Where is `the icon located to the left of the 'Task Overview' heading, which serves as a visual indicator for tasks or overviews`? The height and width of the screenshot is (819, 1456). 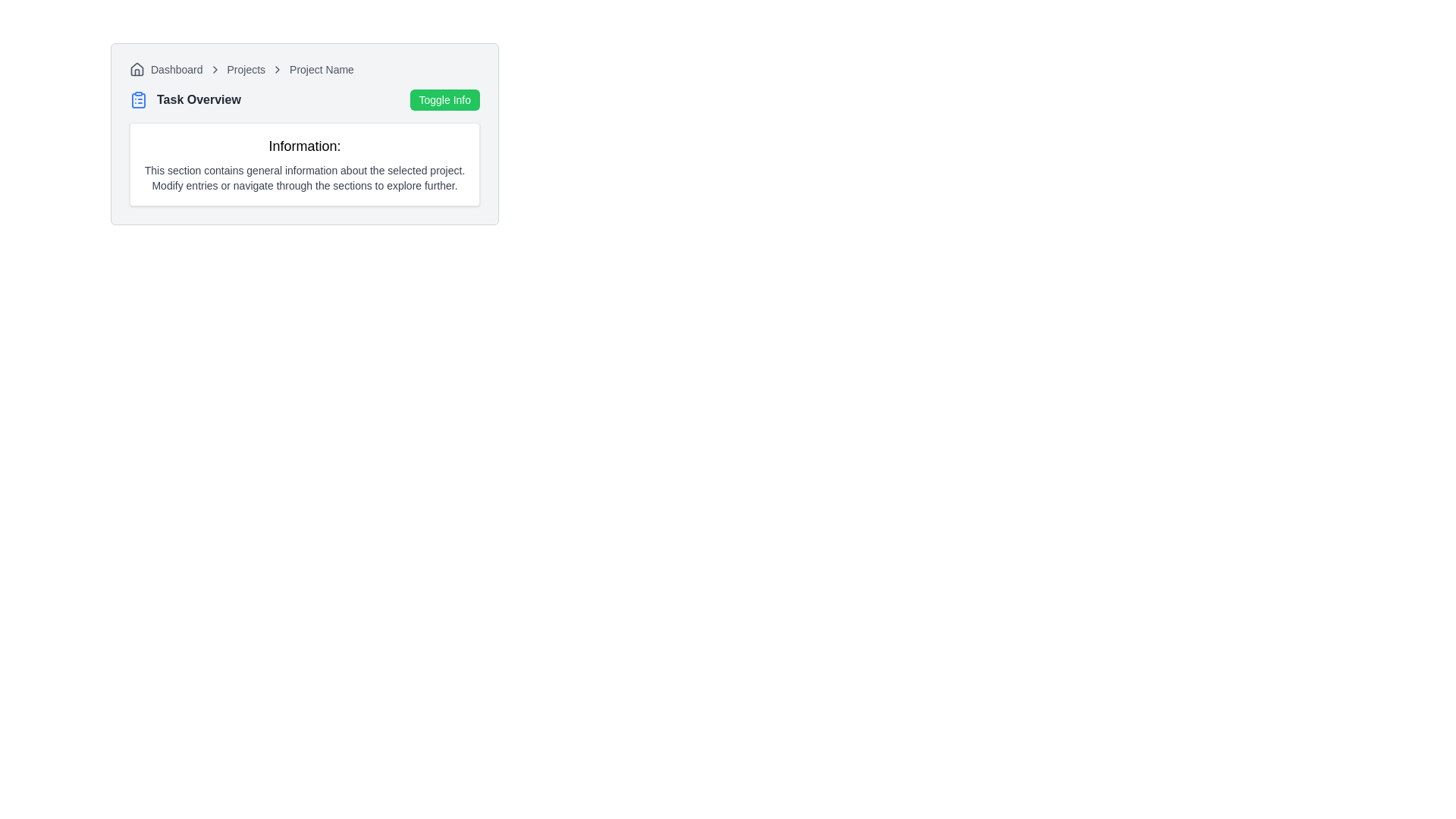
the icon located to the left of the 'Task Overview' heading, which serves as a visual indicator for tasks or overviews is located at coordinates (138, 99).